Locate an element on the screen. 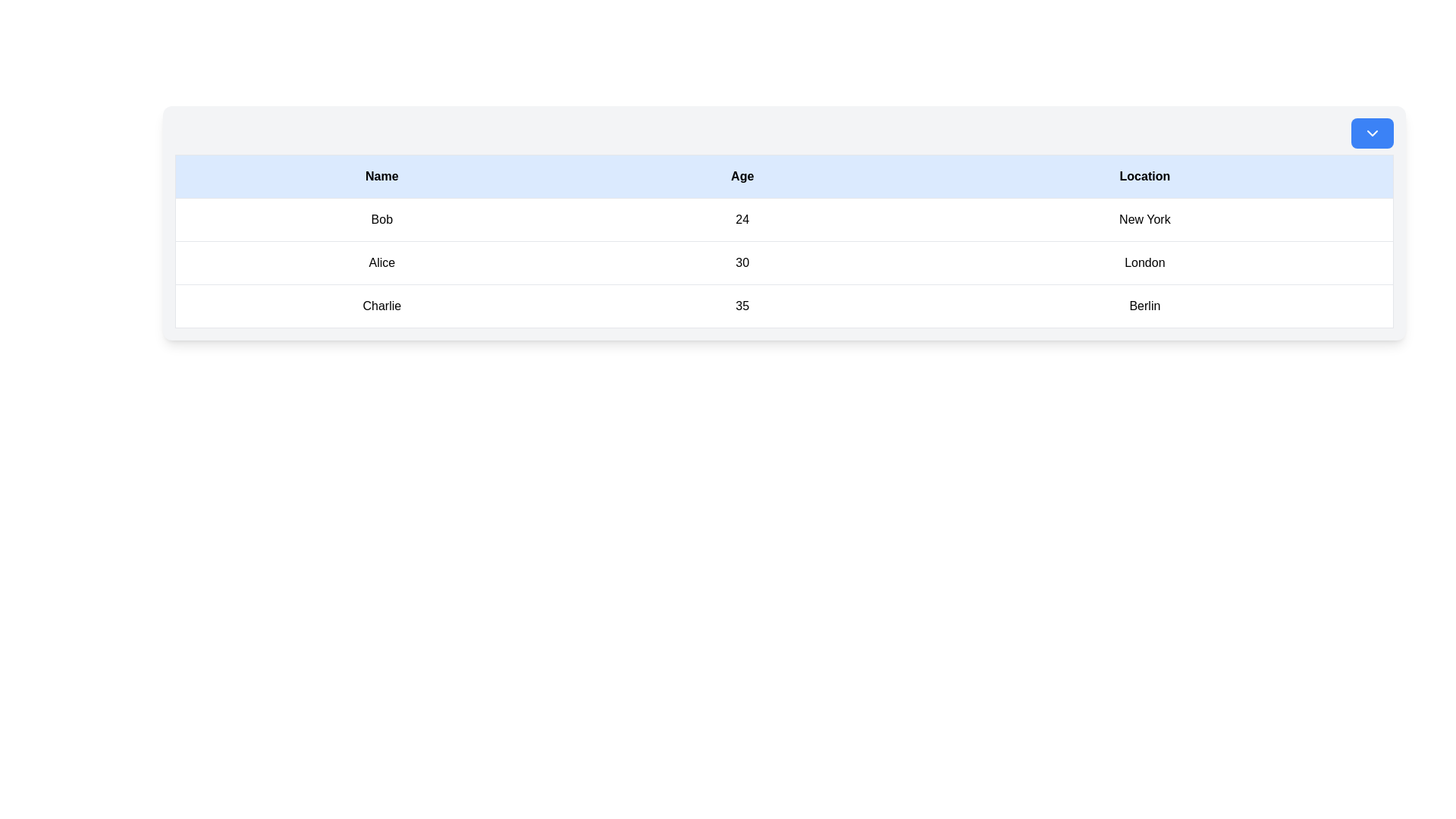  the text label displaying 'Berlin' located in the third cell of the last row under the 'Location' column in the table is located at coordinates (1145, 306).